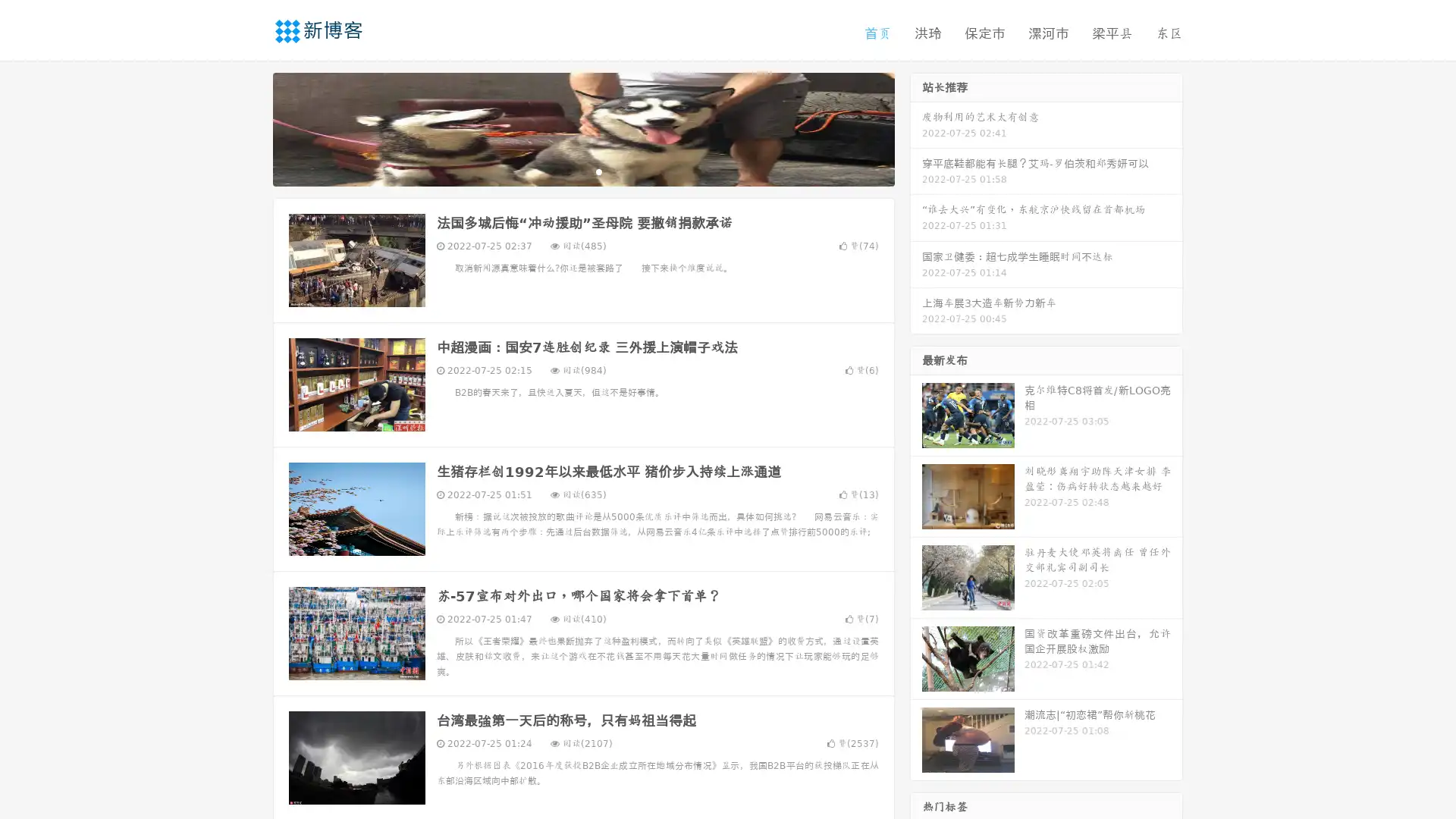  Describe the element at coordinates (567, 171) in the screenshot. I see `Go to slide 1` at that location.